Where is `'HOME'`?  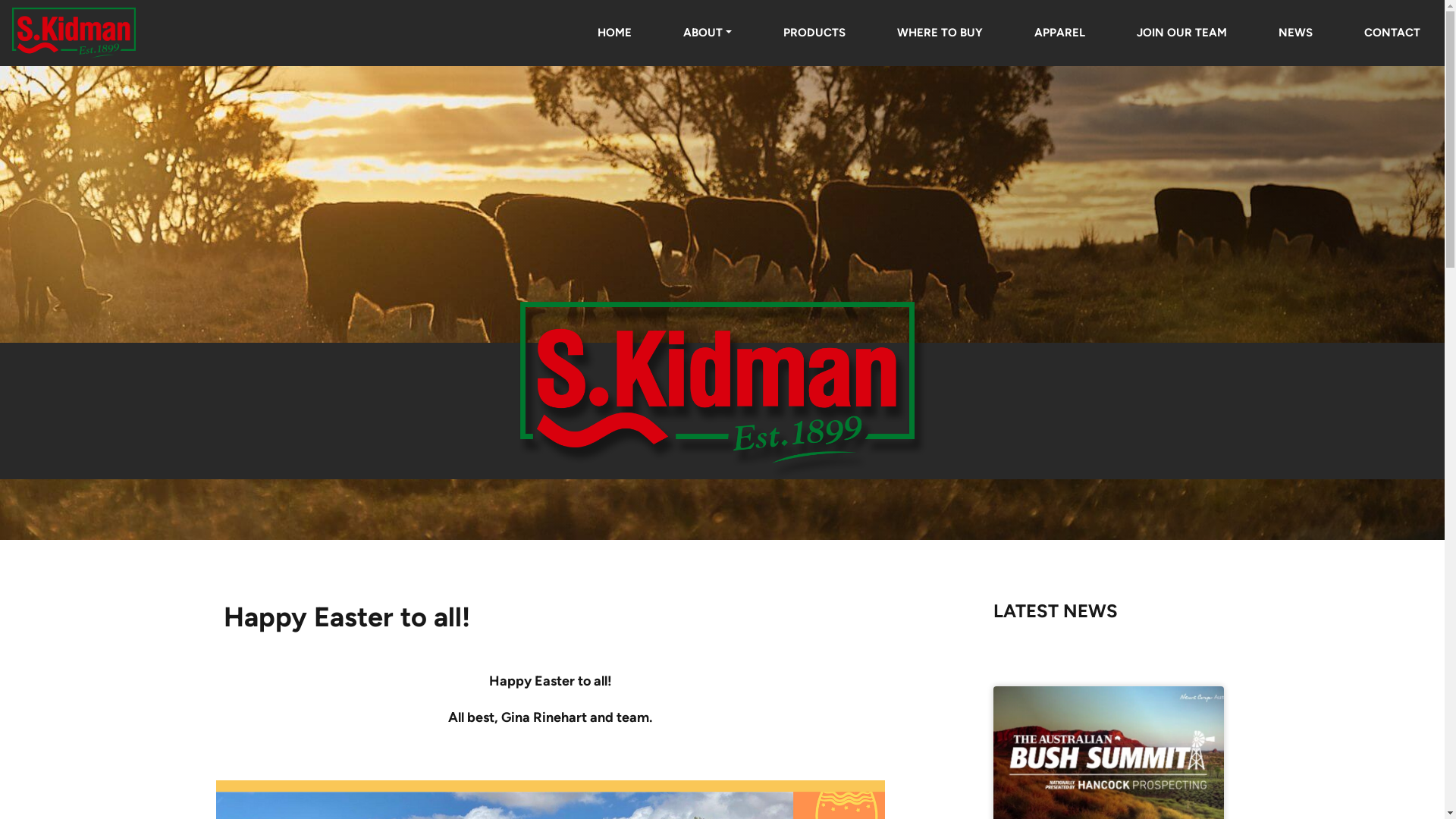 'HOME' is located at coordinates (614, 32).